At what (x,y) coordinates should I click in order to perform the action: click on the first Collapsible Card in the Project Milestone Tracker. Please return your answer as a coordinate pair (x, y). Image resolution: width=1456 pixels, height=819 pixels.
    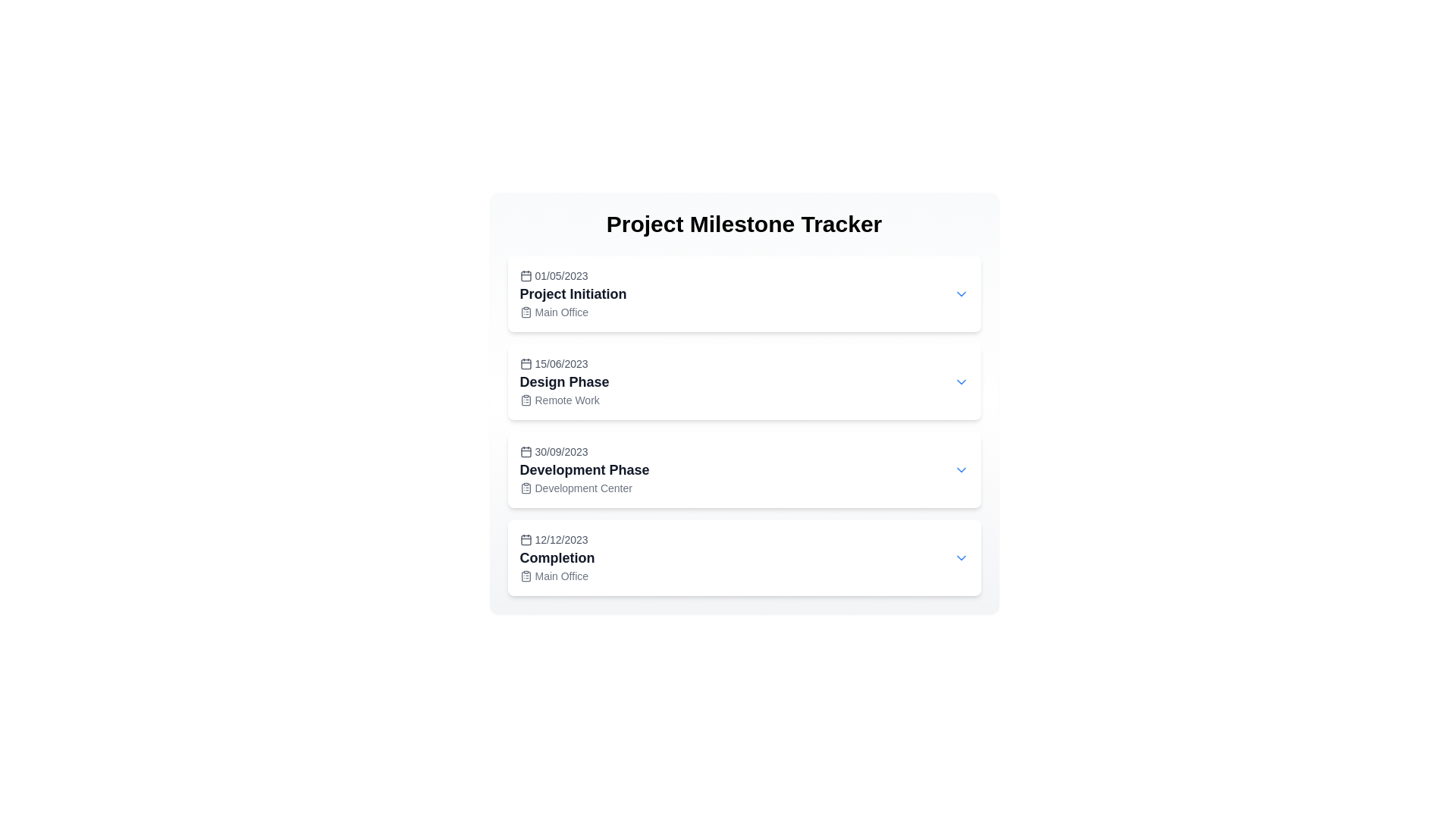
    Looking at the image, I should click on (744, 294).